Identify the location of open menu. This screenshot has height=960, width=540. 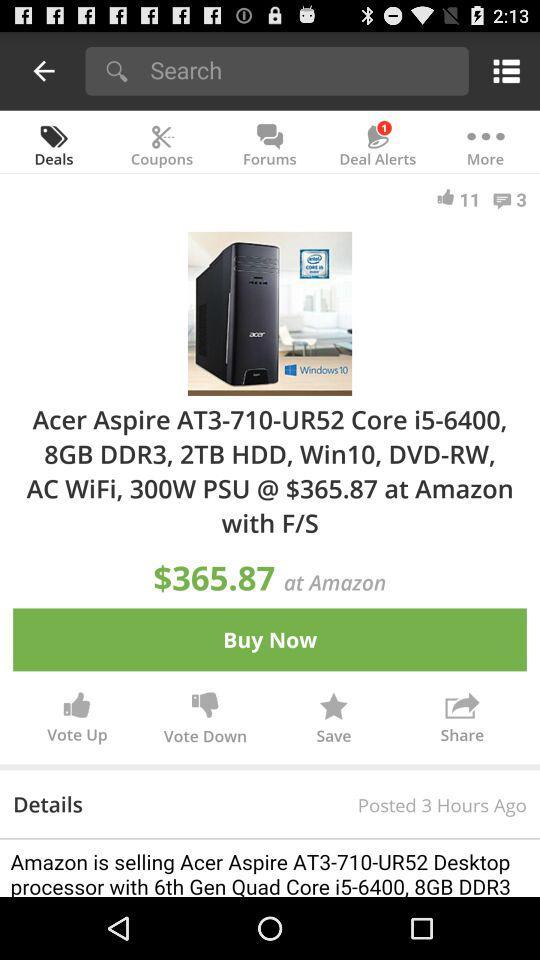
(502, 70).